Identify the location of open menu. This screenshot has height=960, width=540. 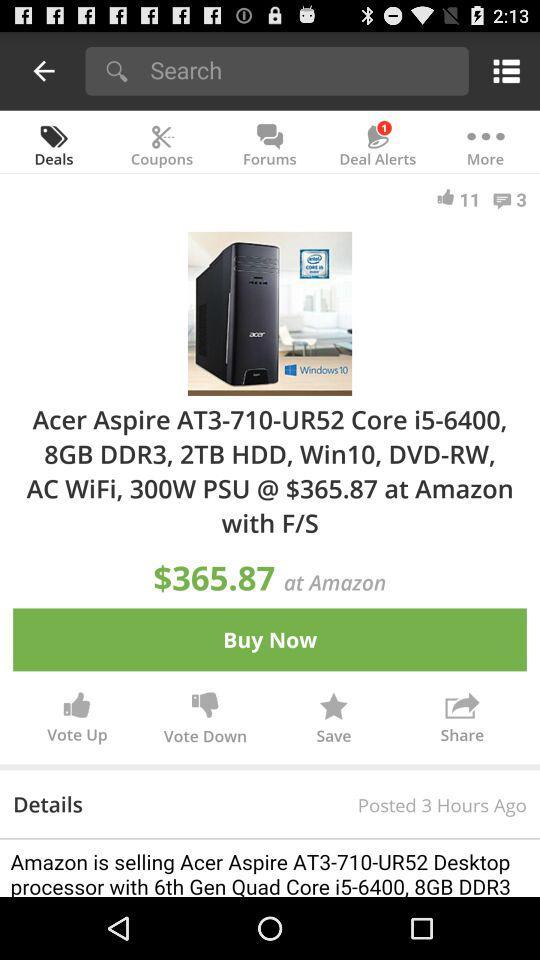
(502, 70).